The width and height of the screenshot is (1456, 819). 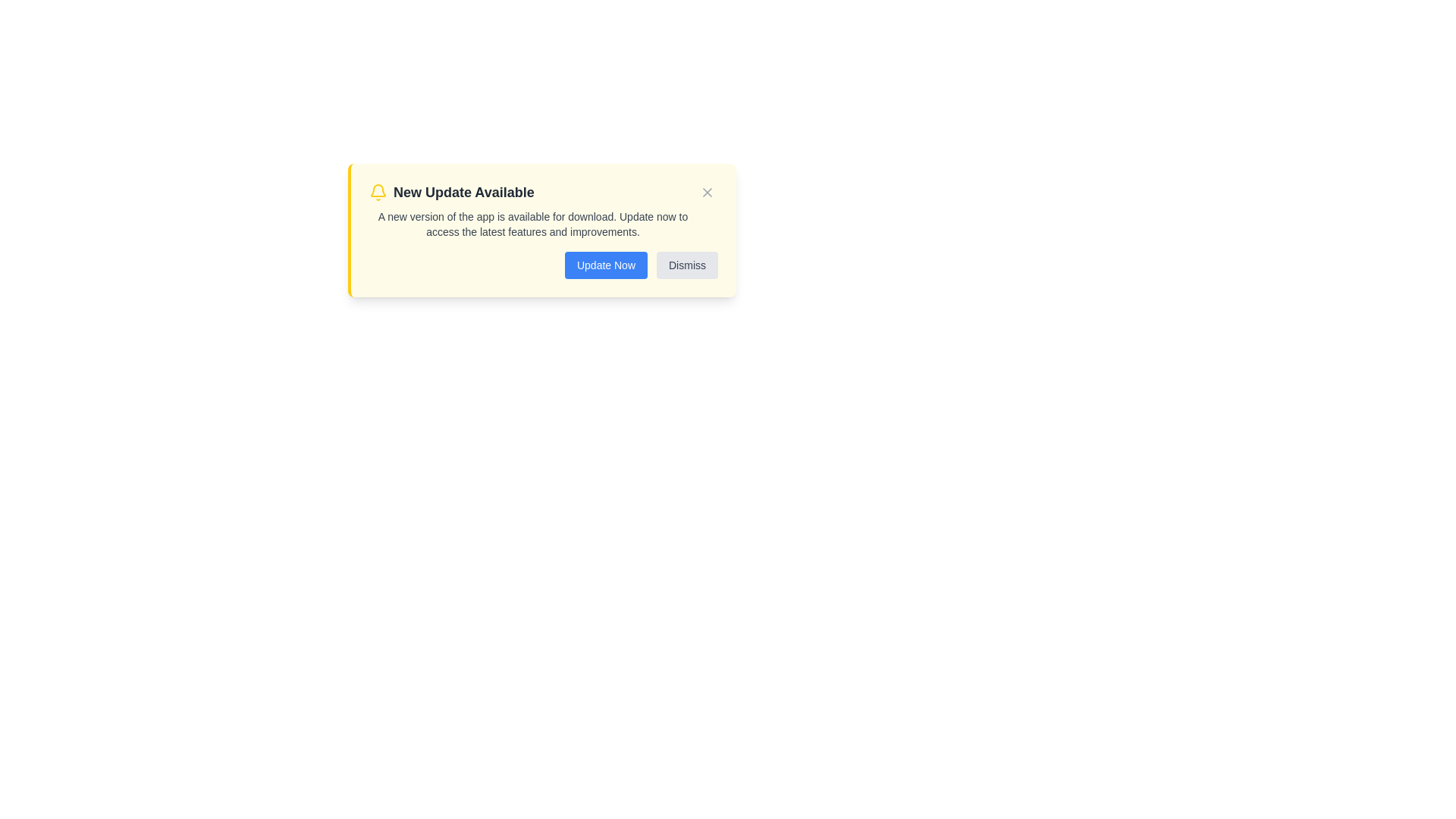 I want to click on the 'Dismiss' button to close the alert, so click(x=686, y=265).